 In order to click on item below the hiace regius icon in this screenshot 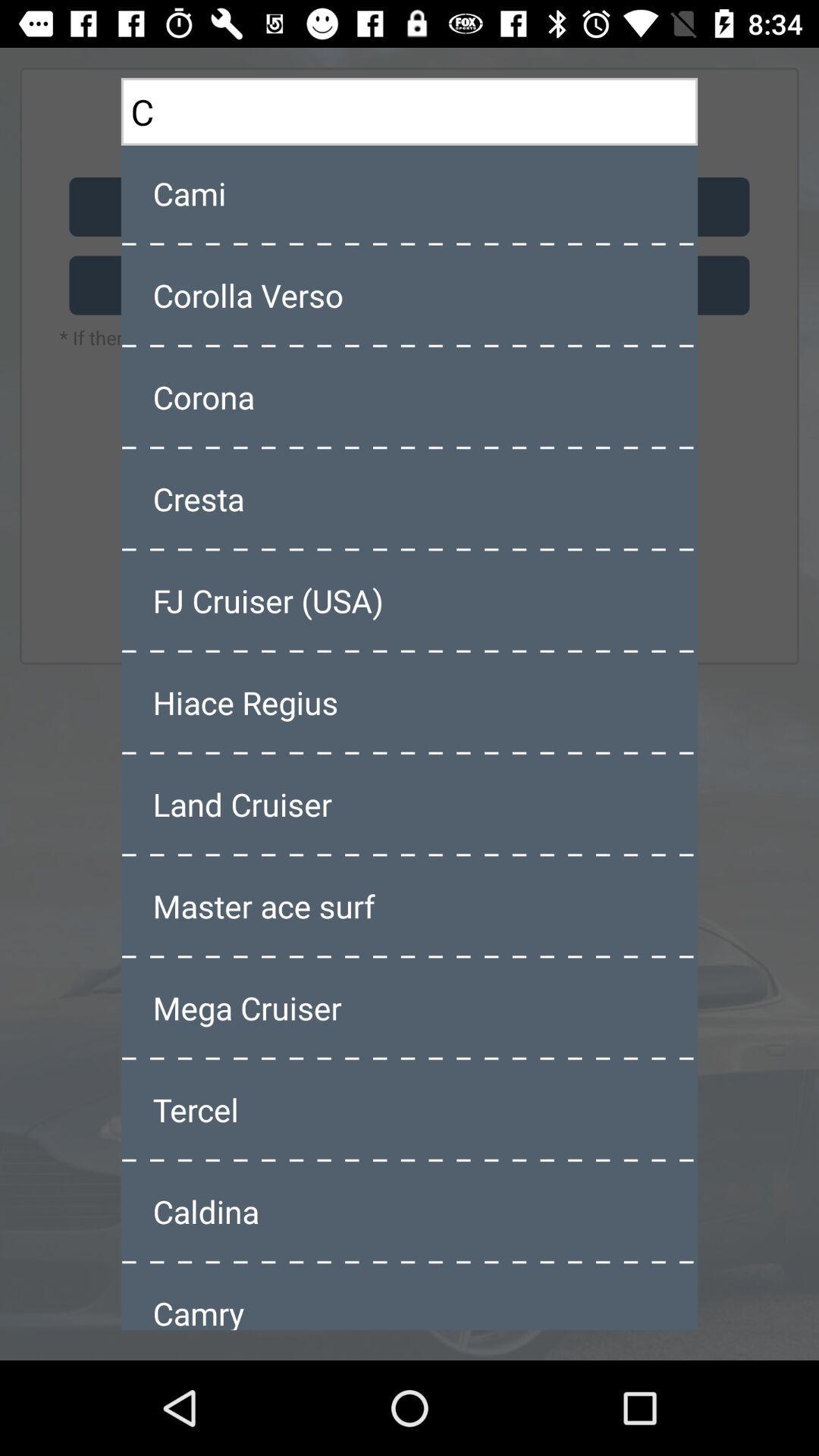, I will do `click(409, 803)`.